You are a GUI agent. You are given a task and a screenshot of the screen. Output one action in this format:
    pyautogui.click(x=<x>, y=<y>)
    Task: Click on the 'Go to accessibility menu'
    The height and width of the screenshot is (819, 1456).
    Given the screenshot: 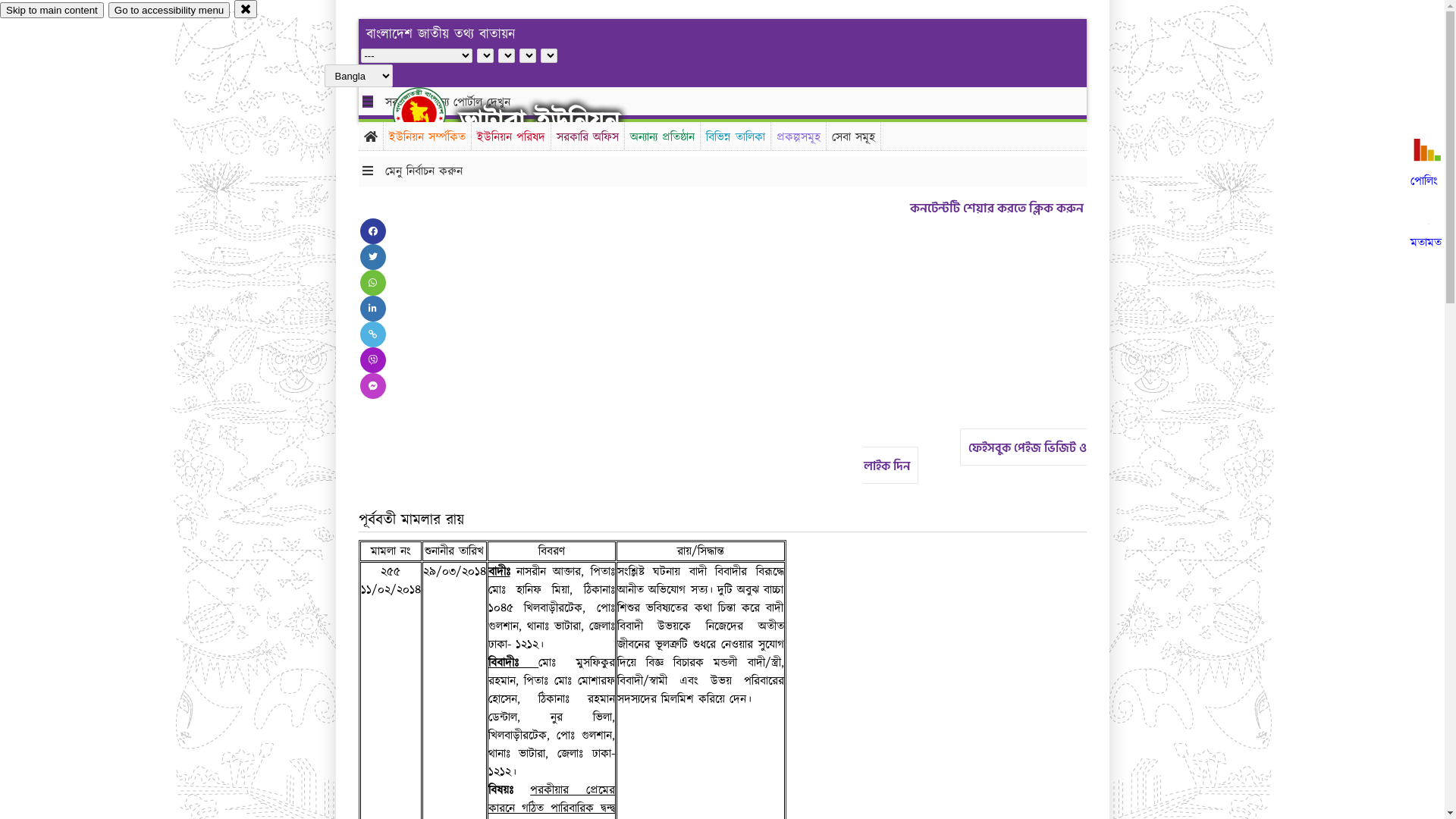 What is the action you would take?
    pyautogui.click(x=168, y=10)
    